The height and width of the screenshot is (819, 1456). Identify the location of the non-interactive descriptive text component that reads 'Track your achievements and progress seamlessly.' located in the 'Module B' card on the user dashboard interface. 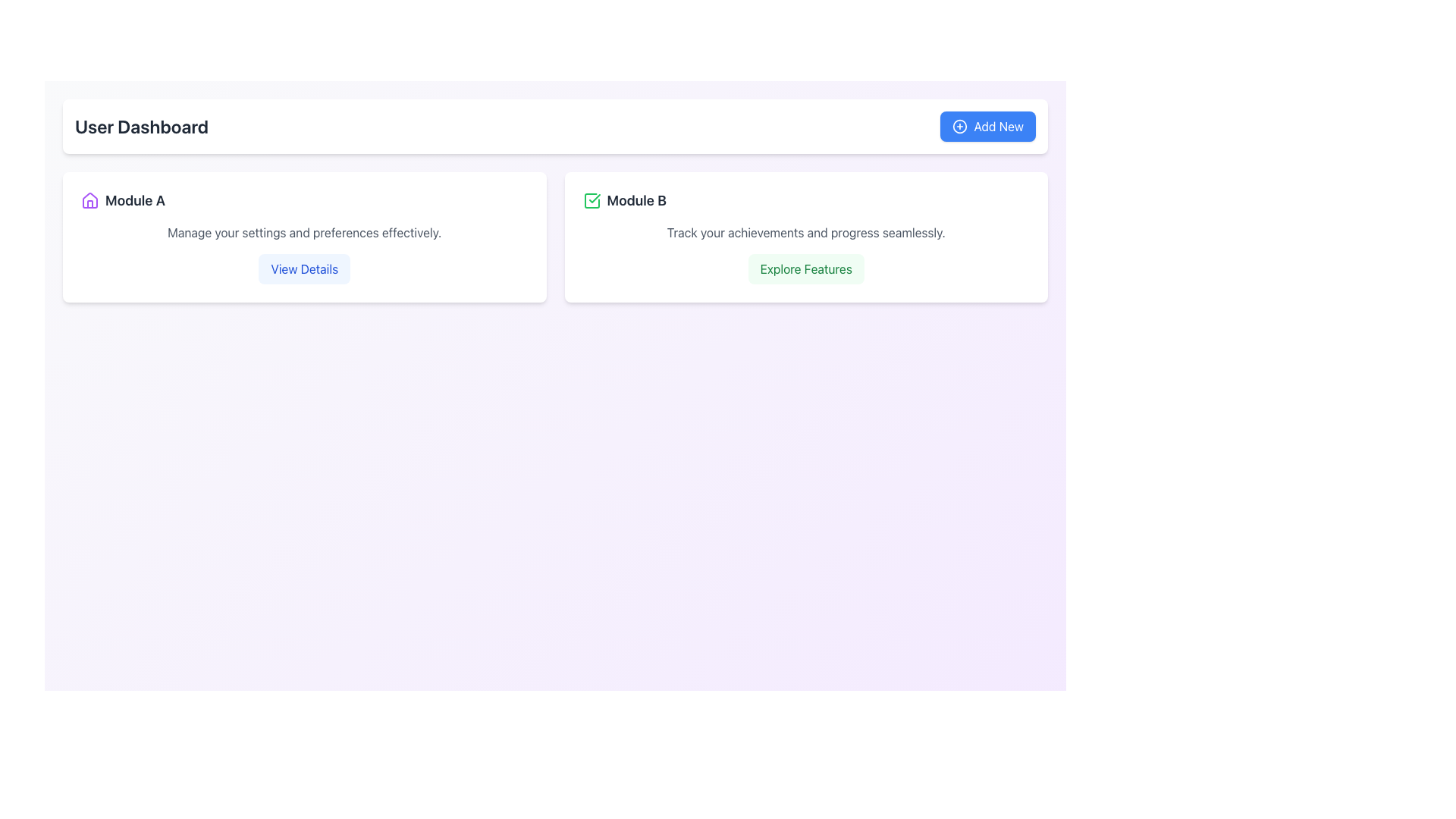
(805, 233).